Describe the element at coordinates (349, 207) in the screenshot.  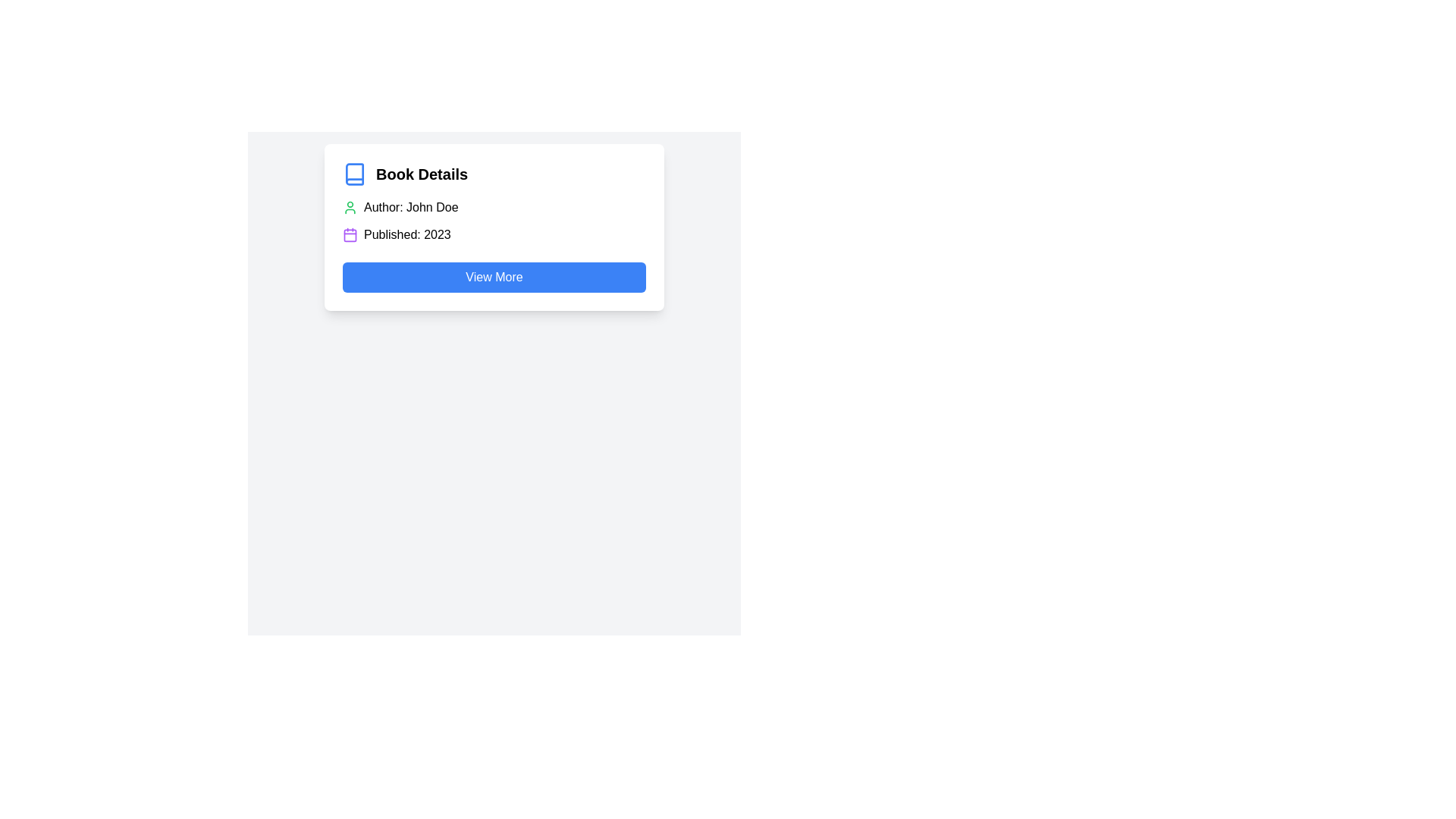
I see `the user profile SVG icon, which is green in color and located to the left of the text 'Author: John Doe'` at that location.